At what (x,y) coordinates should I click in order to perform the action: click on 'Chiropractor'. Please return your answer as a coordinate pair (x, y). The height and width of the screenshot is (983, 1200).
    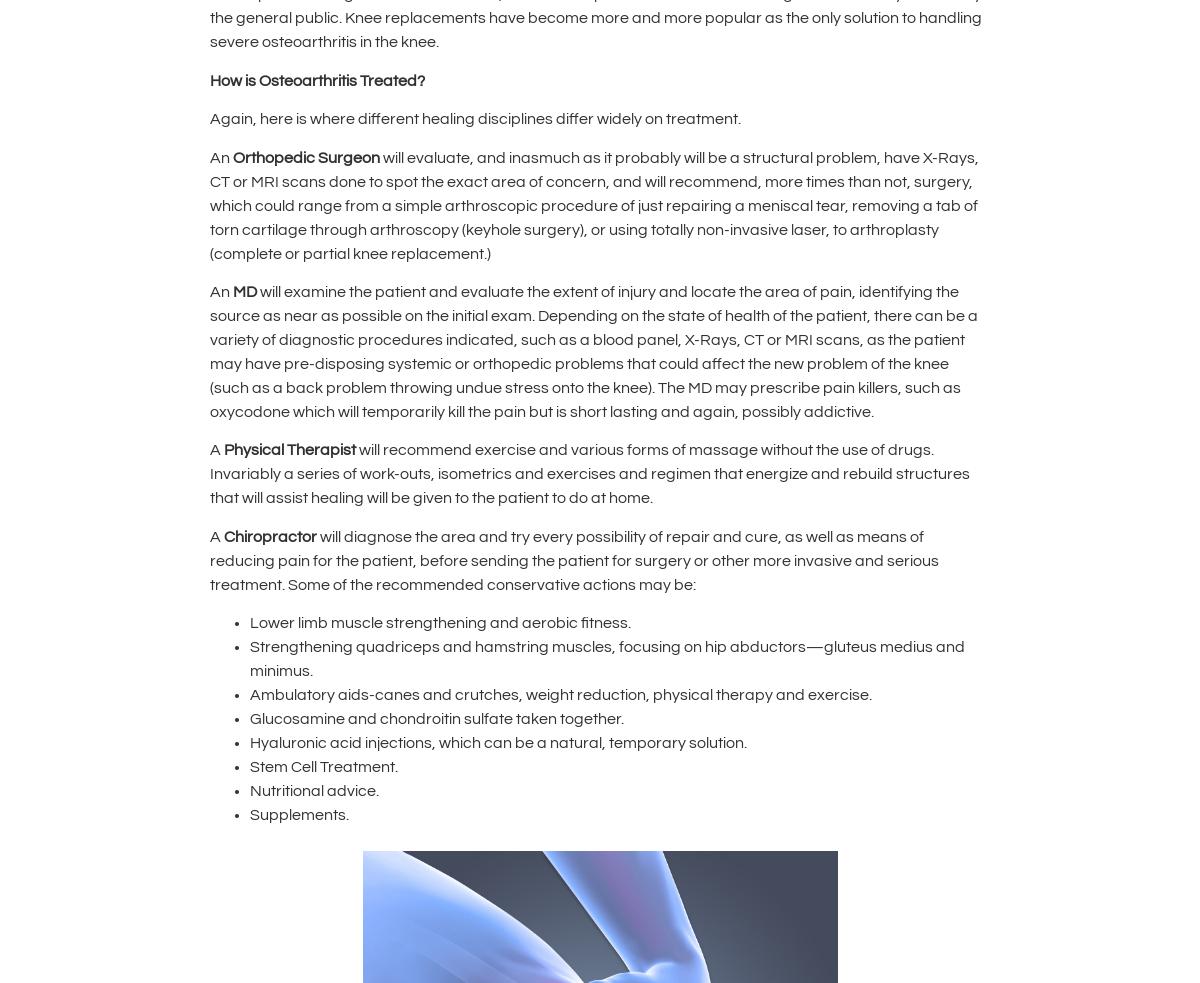
    Looking at the image, I should click on (271, 536).